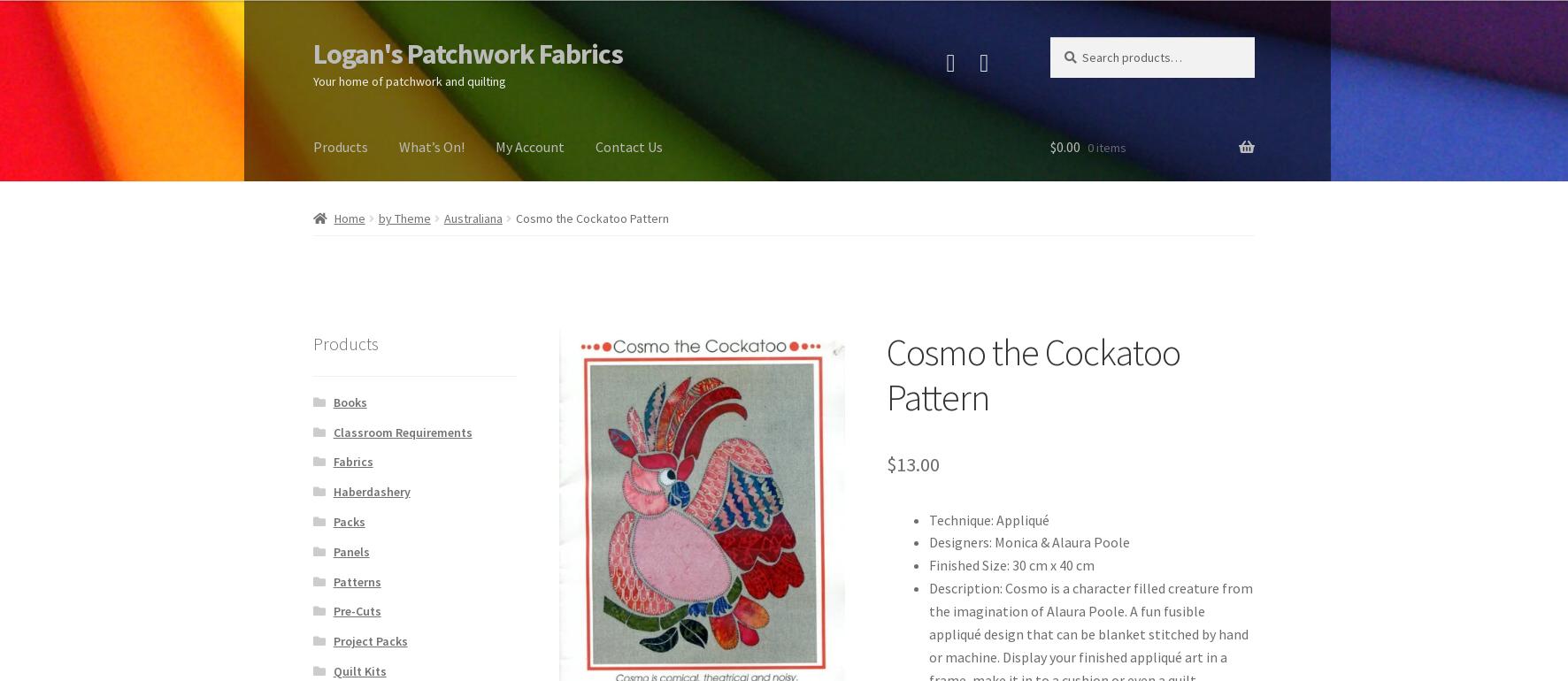 This screenshot has width=1568, height=681. Describe the element at coordinates (370, 641) in the screenshot. I see `'Project Packs'` at that location.